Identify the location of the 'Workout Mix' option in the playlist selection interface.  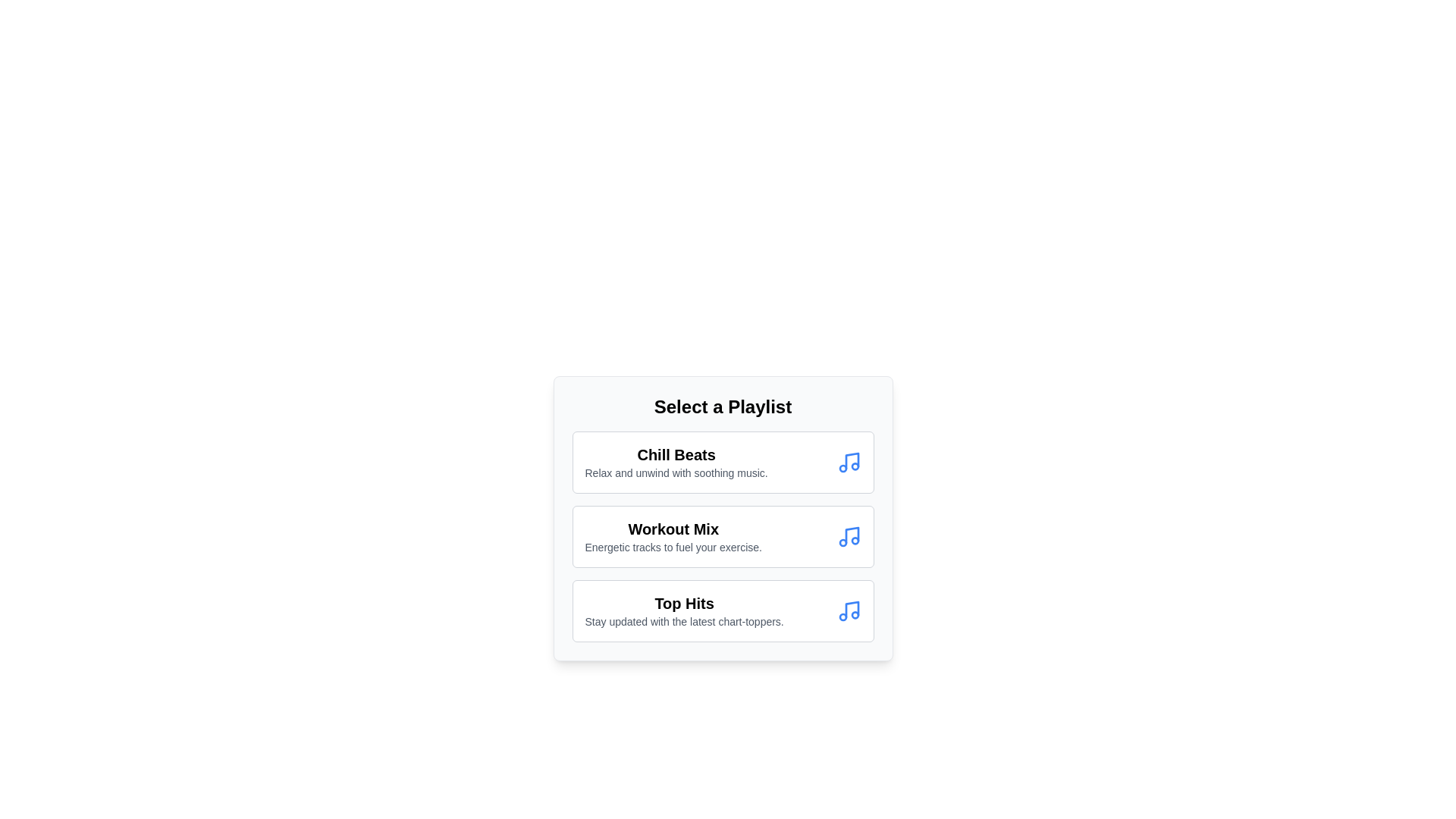
(722, 517).